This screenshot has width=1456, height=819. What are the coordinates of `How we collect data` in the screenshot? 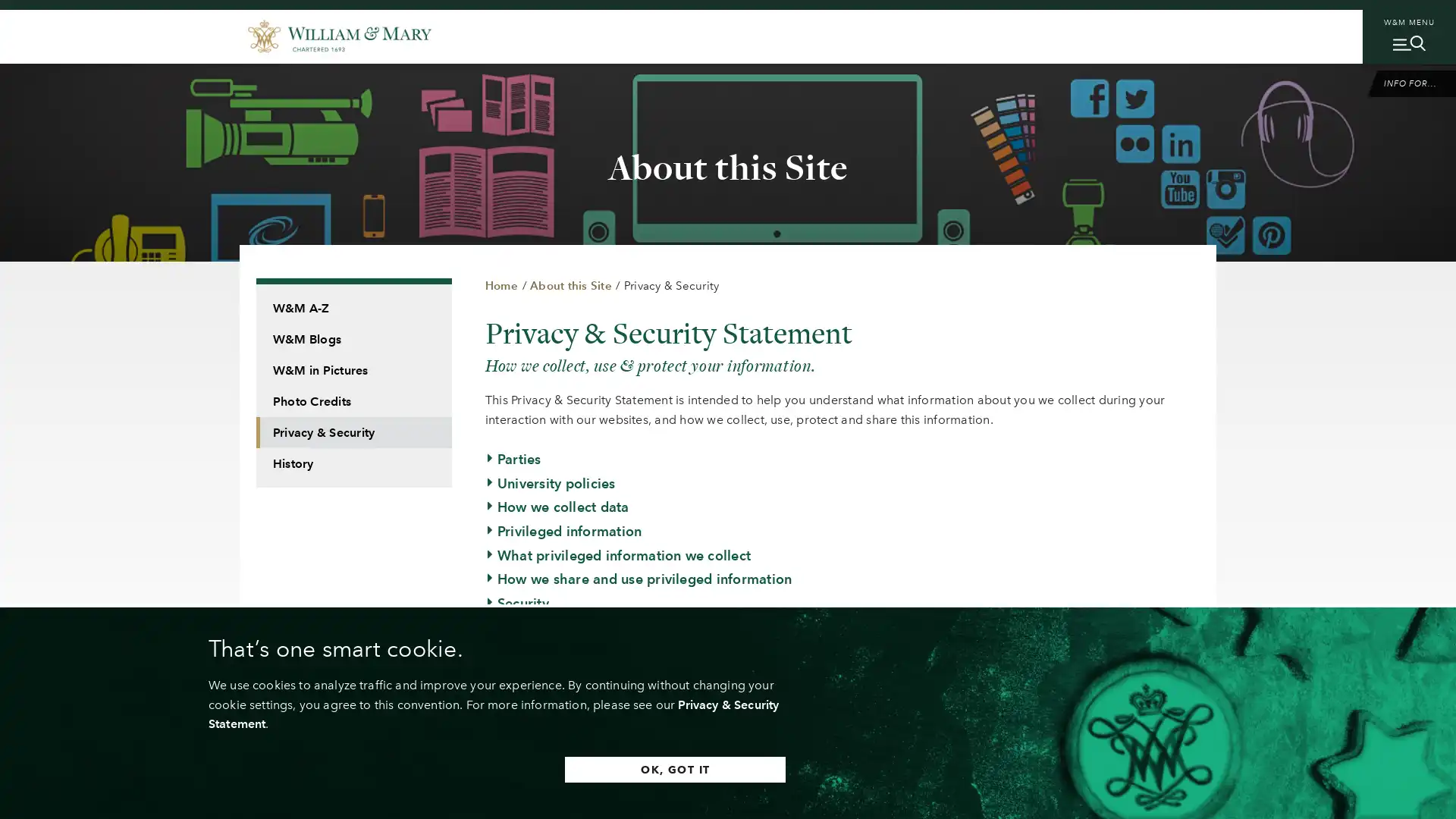 It's located at (556, 507).